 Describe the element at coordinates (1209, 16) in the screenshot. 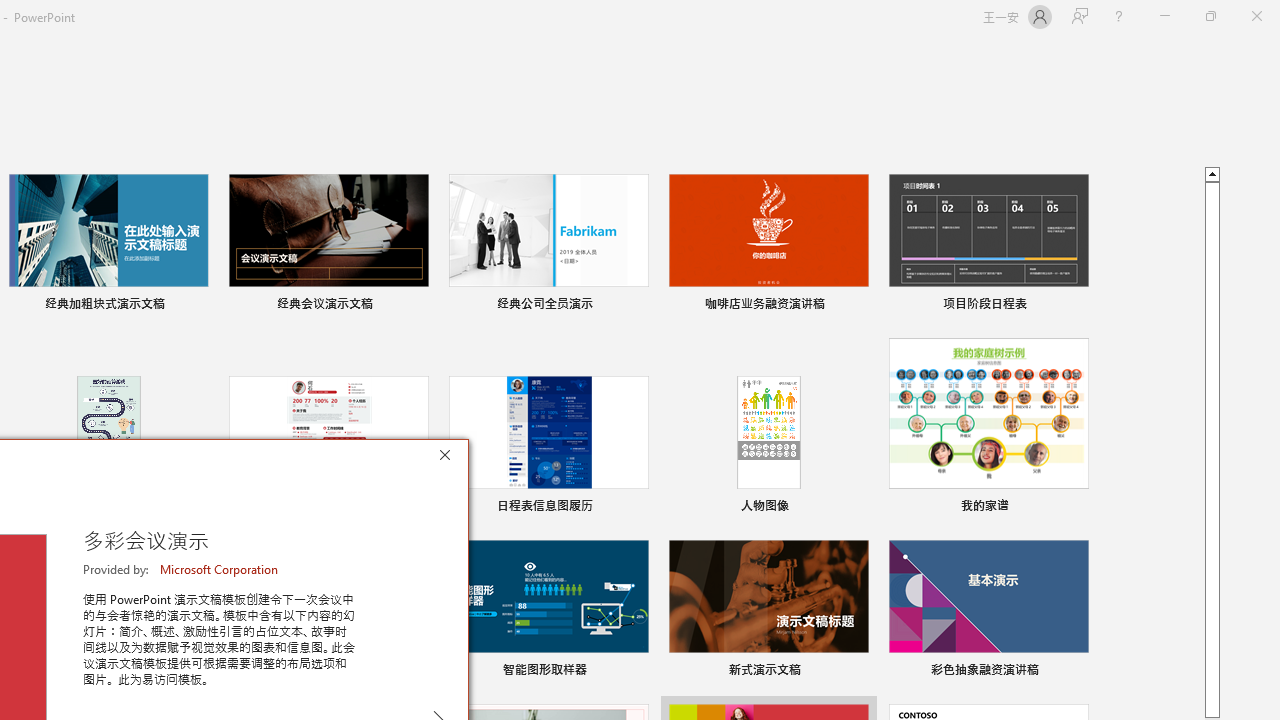

I see `'Restore Down'` at that location.